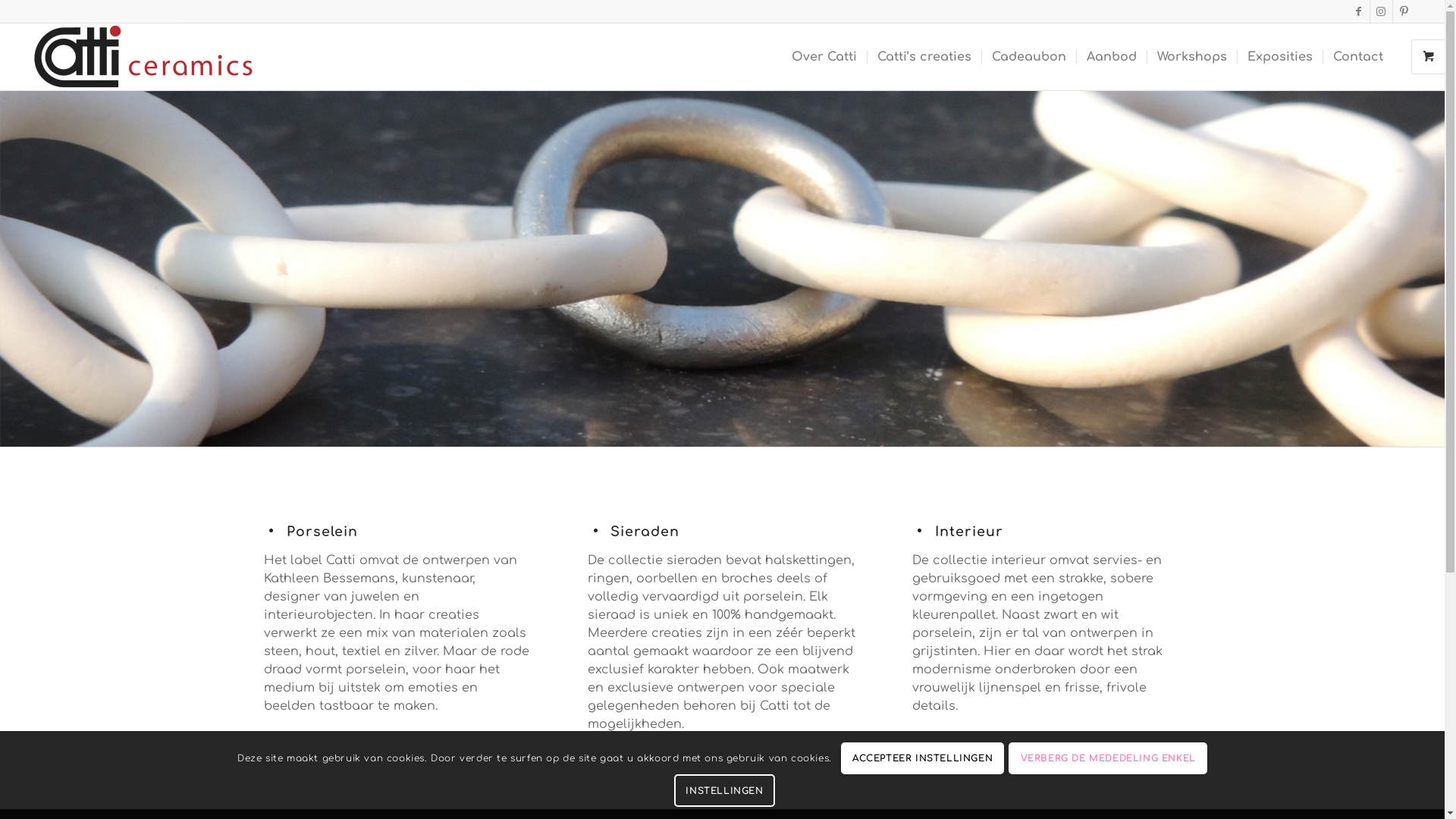 This screenshot has height=819, width=1456. I want to click on 'Aanbod', so click(1075, 55).